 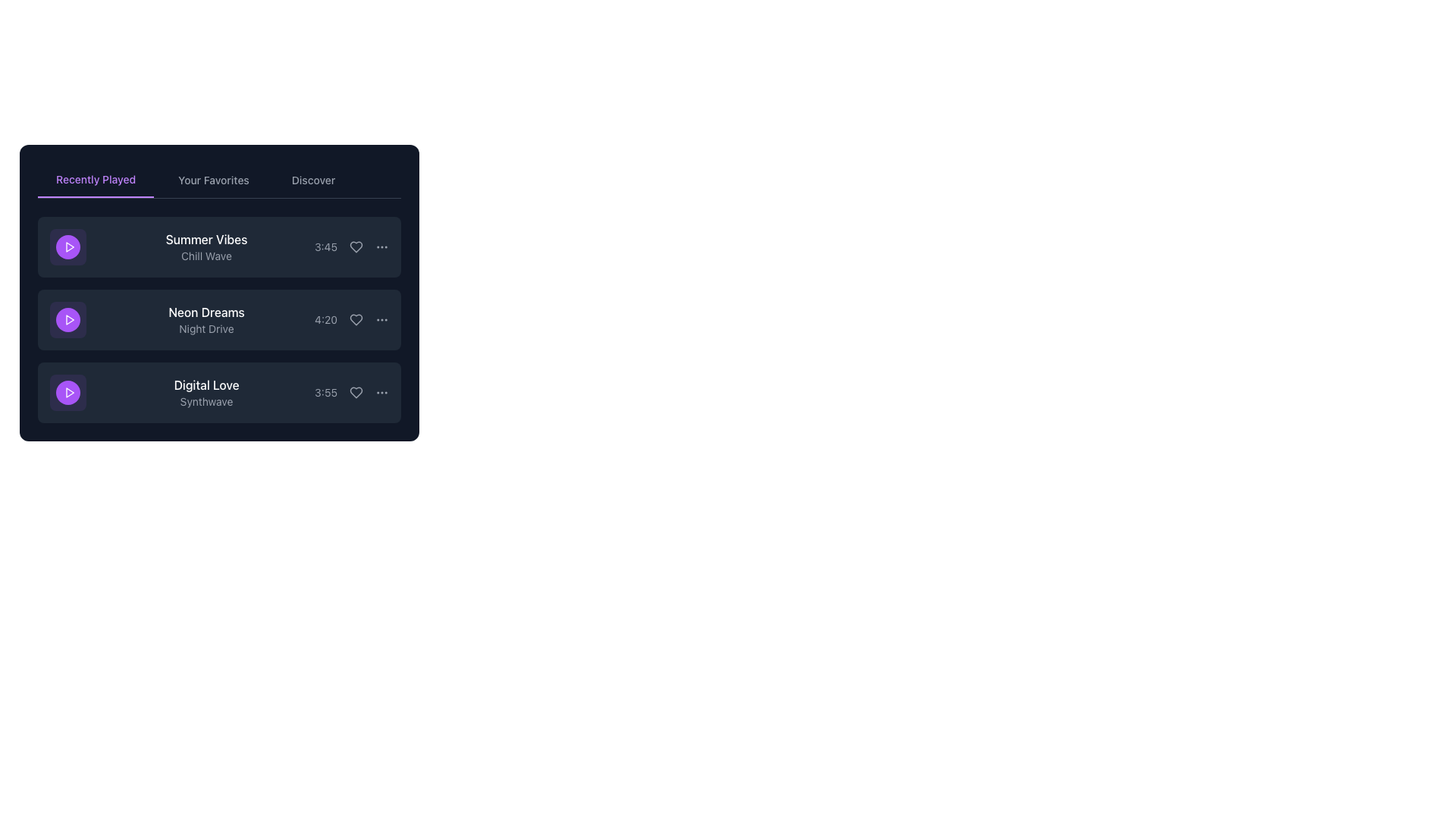 I want to click on the interactive gray heart-shaped icon to favorite or unlike the 'Digital Love' song entry located in the third row, positioned between the duration text '3:55' and other icons, so click(x=356, y=391).